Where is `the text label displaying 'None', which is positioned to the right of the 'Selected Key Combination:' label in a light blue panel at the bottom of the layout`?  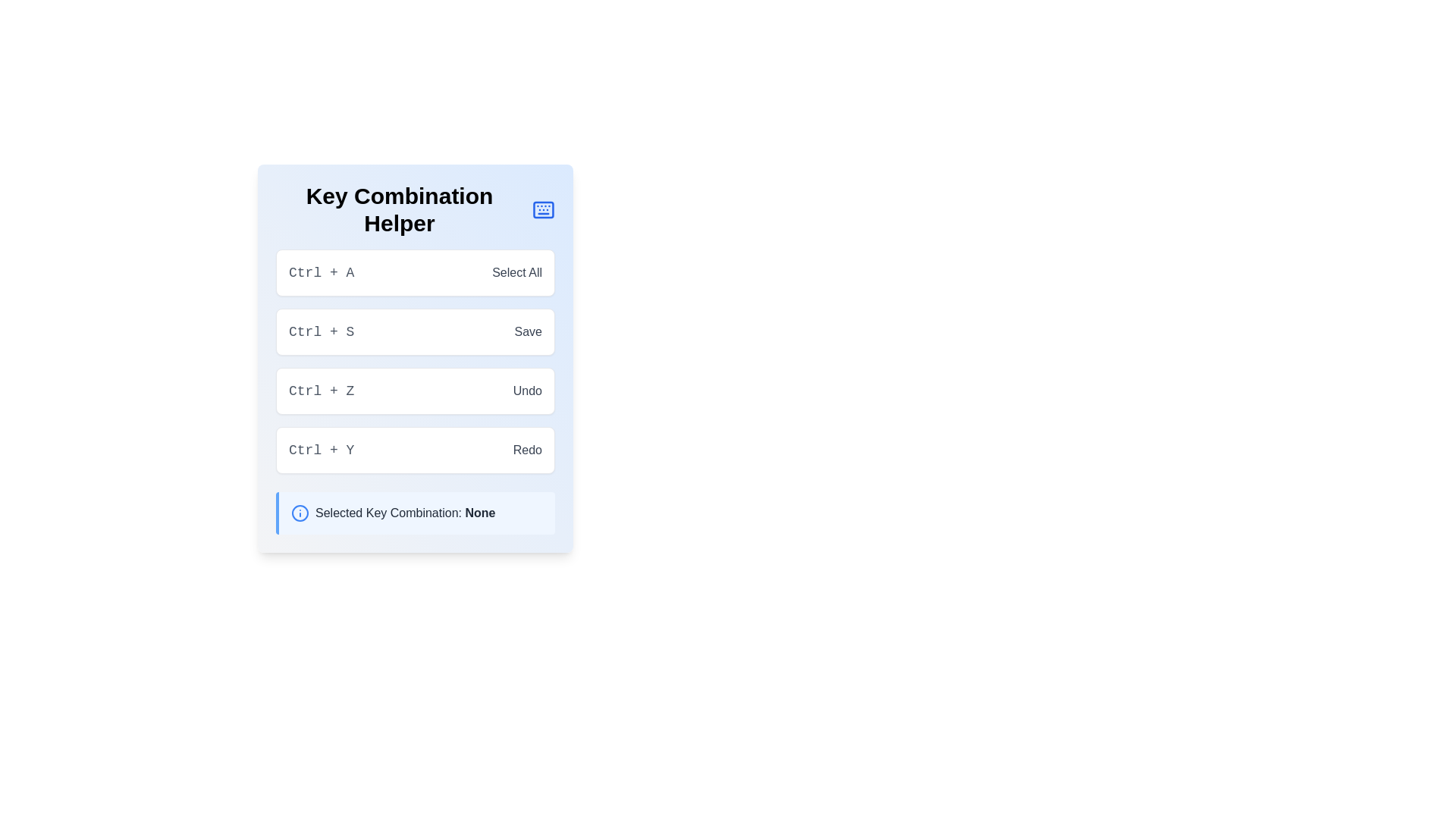 the text label displaying 'None', which is positioned to the right of the 'Selected Key Combination:' label in a light blue panel at the bottom of the layout is located at coordinates (479, 512).